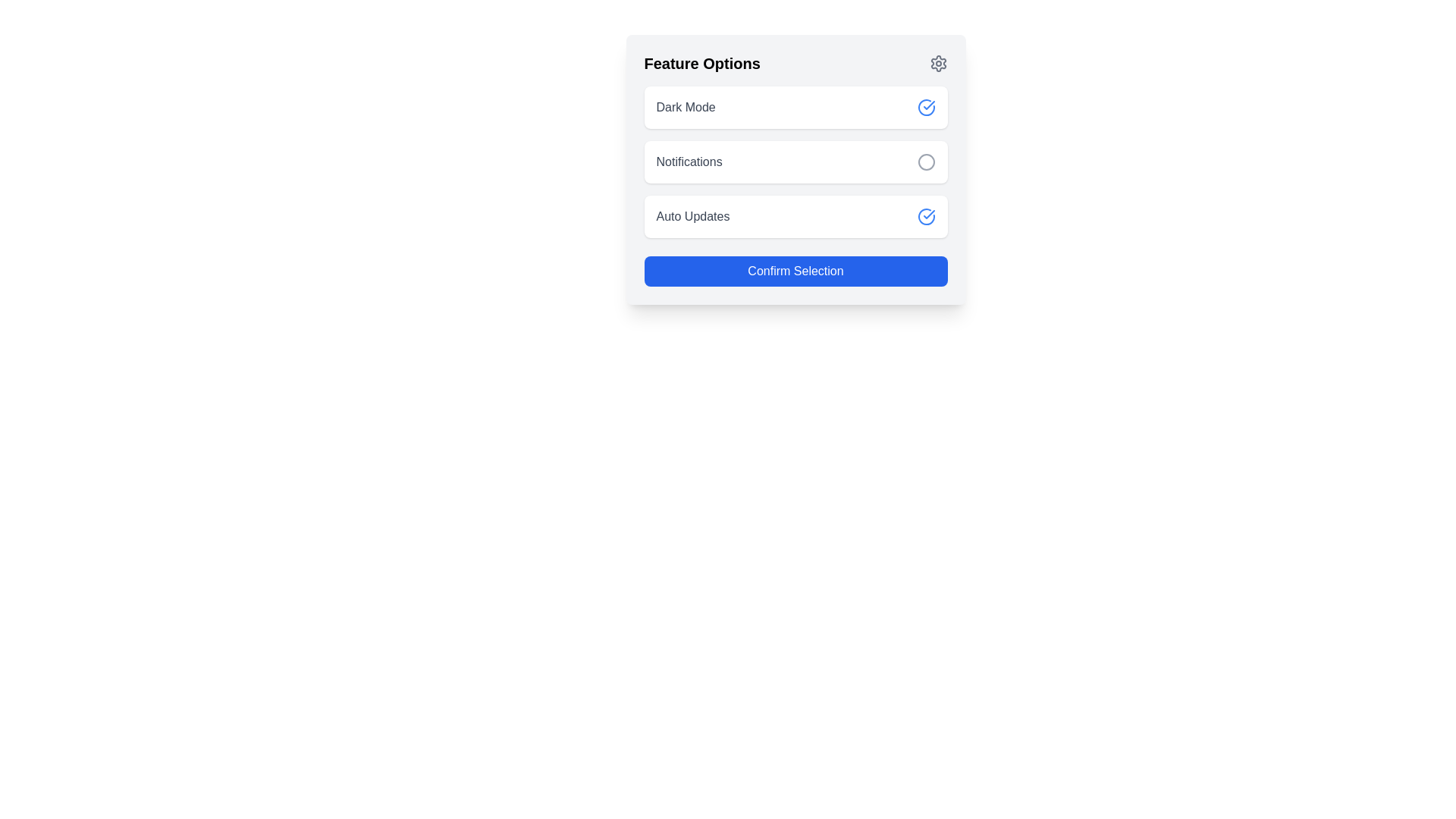 The width and height of the screenshot is (1456, 819). Describe the element at coordinates (925, 162) in the screenshot. I see `the circular glyph icon used for toggling notification settings, which is styled with a thin gray stroke and is located to the right of the 'Notifications' label` at that location.